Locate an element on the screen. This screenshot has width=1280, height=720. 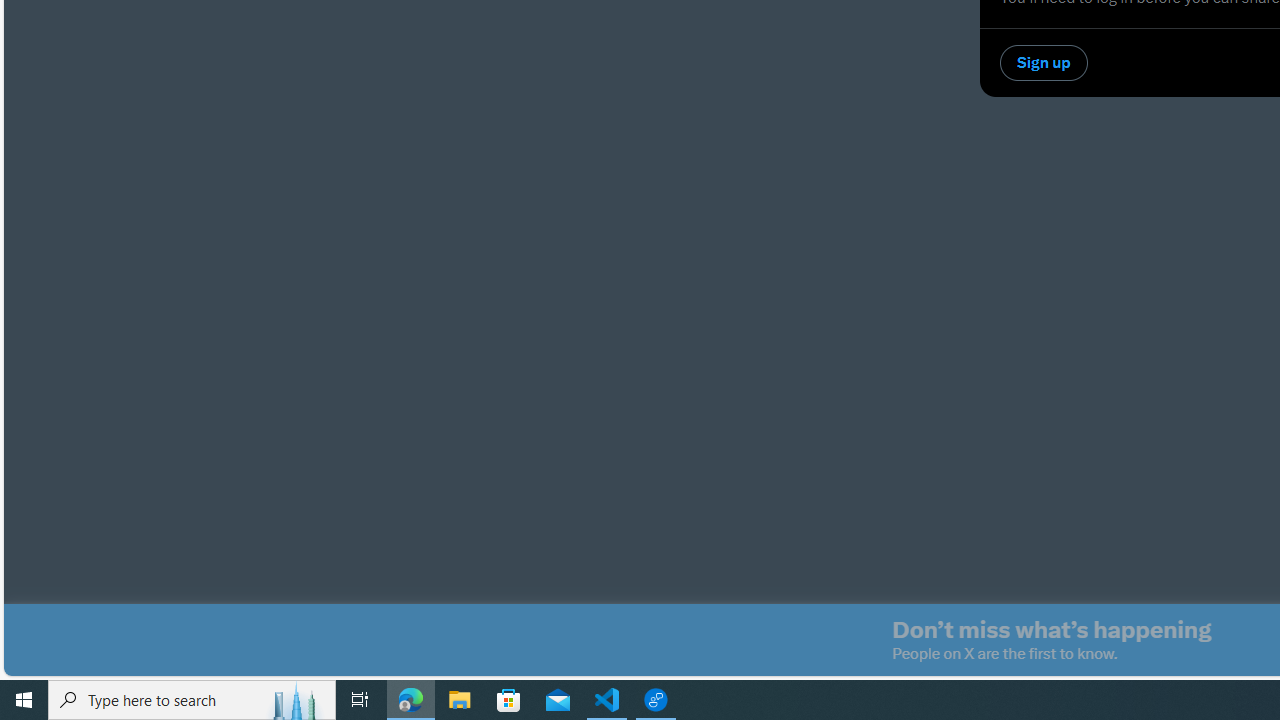
'Start' is located at coordinates (24, 698).